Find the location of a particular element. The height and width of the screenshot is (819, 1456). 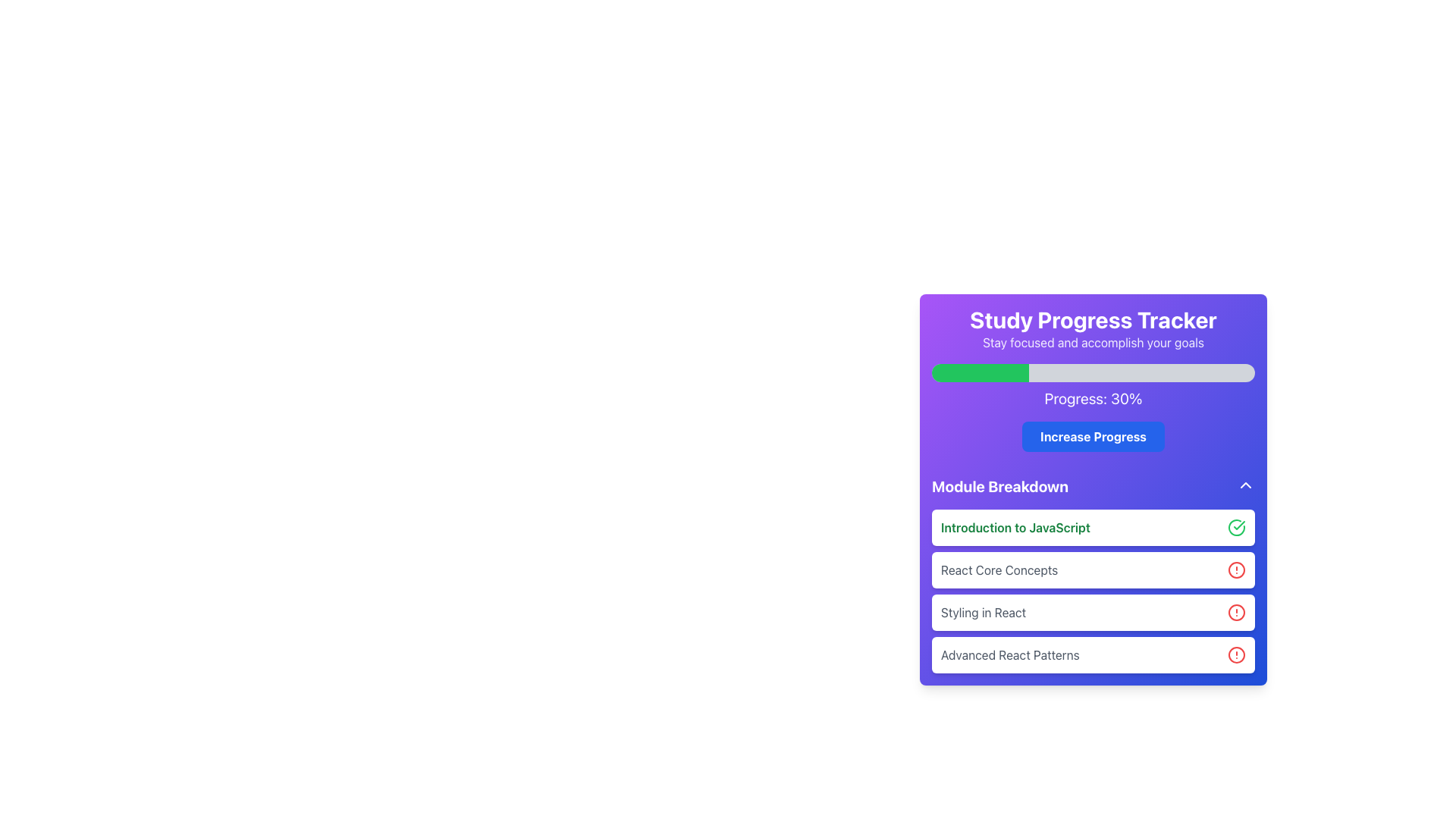

the card titled 'Styling in React' for additional actions or details by clicking on it is located at coordinates (1093, 611).